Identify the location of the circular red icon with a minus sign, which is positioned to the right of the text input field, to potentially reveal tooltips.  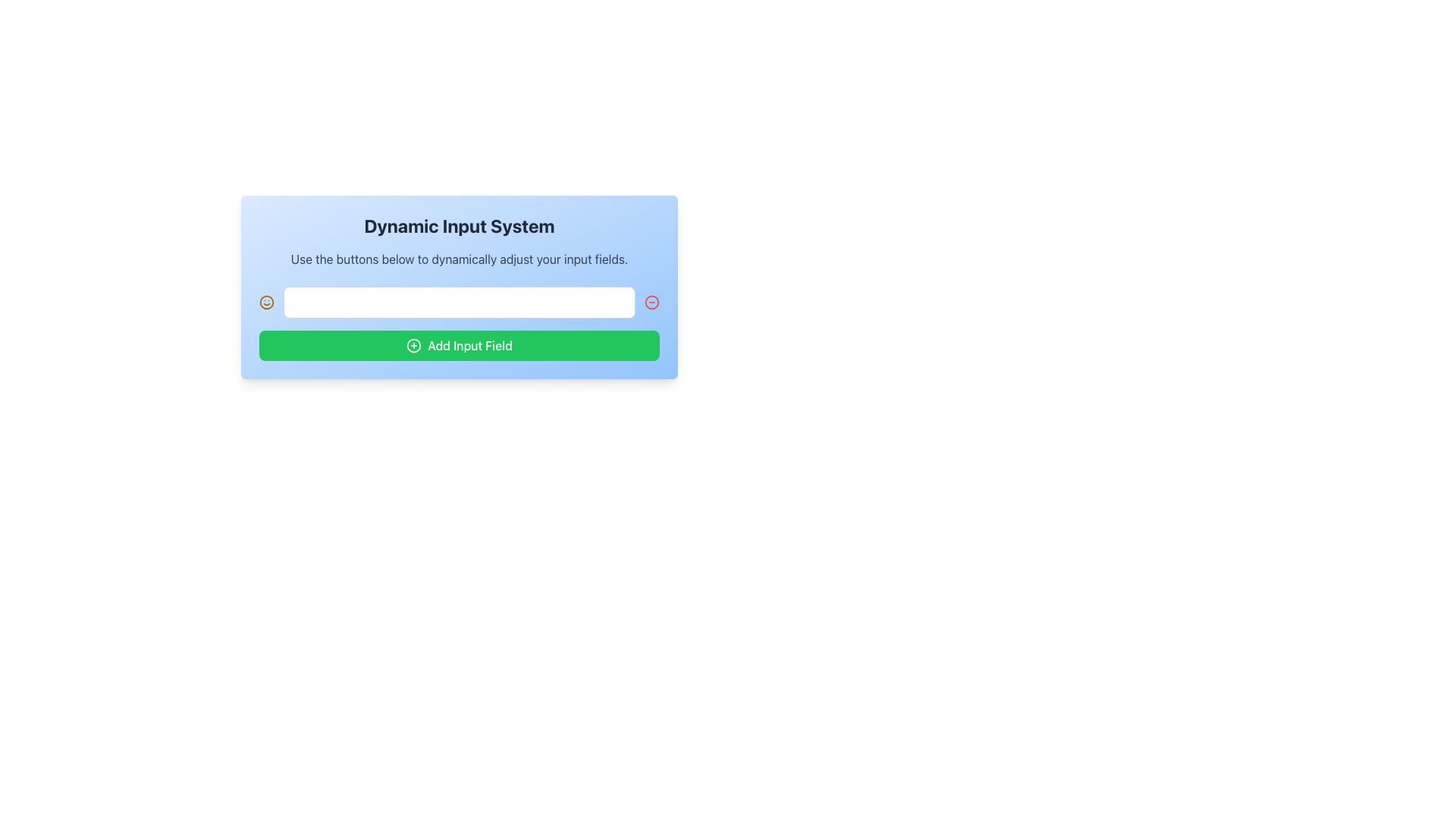
(651, 302).